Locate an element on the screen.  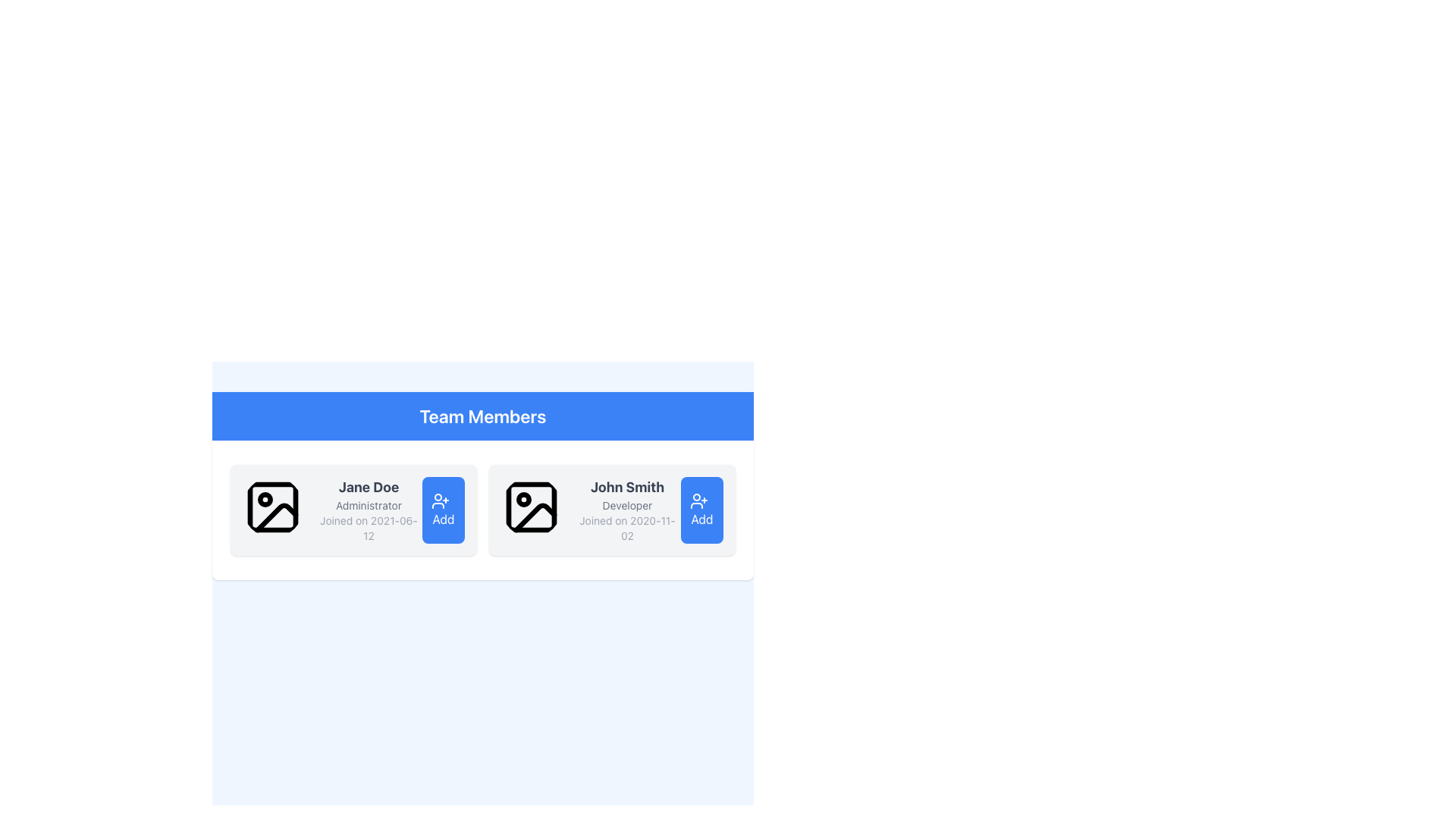
the Text Label element that states 'Joined on 2020-11-02', which is styled in a smaller gray font and positioned beneath the name 'John Smith' and role 'Developer' on the profile card is located at coordinates (627, 528).